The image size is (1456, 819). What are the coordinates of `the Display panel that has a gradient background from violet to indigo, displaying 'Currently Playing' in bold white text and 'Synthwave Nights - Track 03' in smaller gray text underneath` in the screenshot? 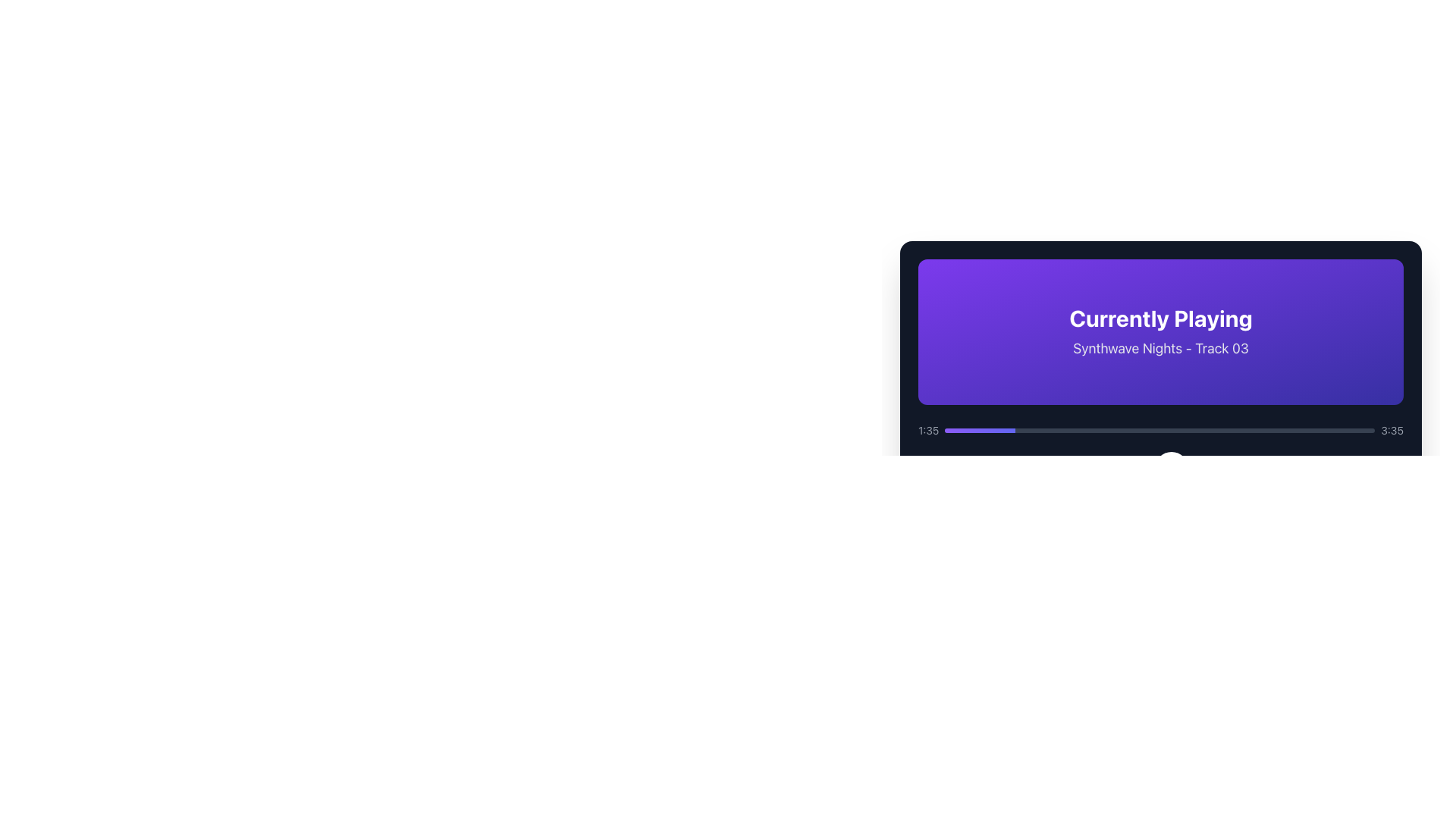 It's located at (1160, 331).